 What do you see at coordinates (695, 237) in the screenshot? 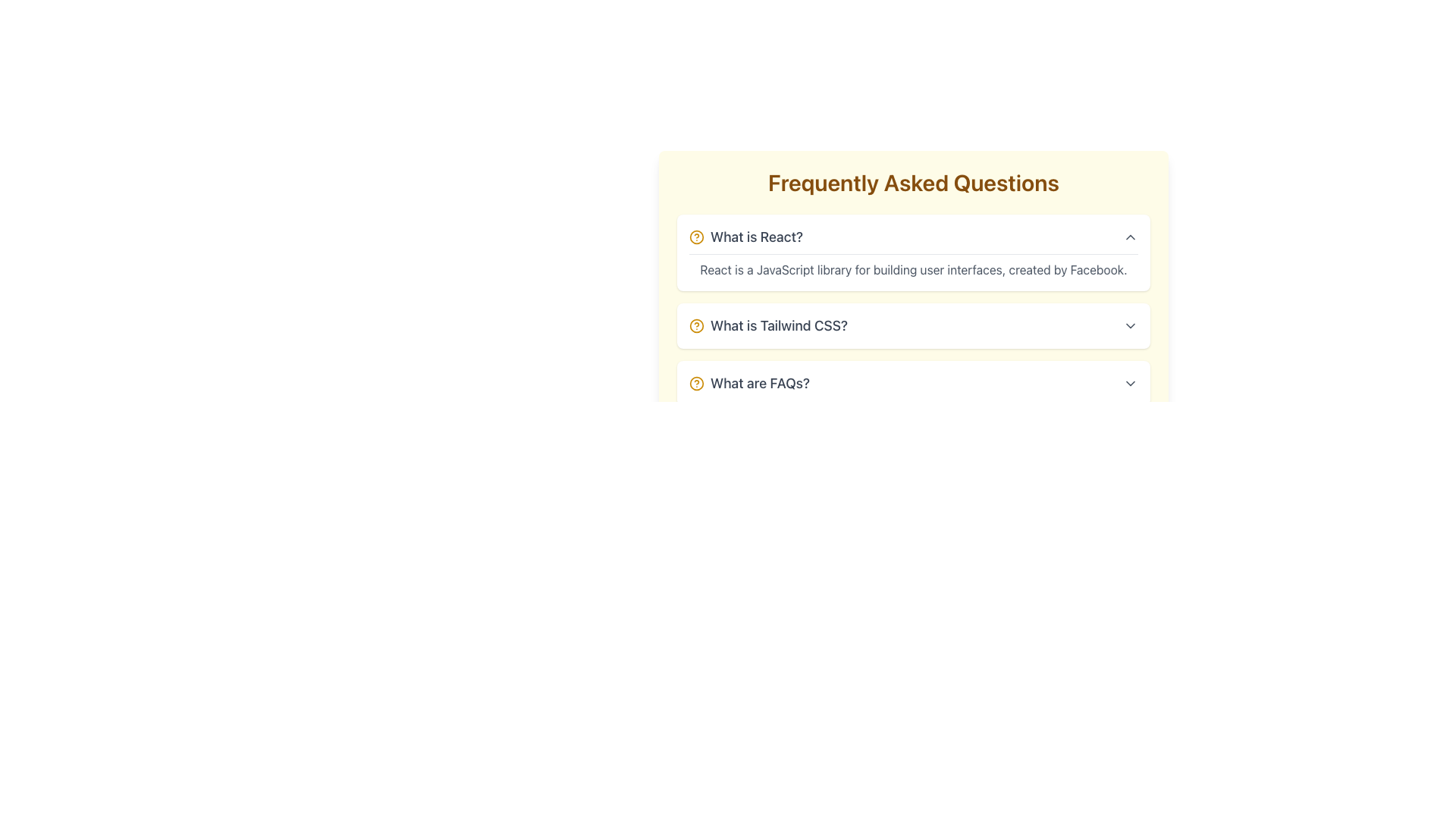
I see `the circular yellow help icon located before the text 'What is React?' in the FAQ list` at bounding box center [695, 237].